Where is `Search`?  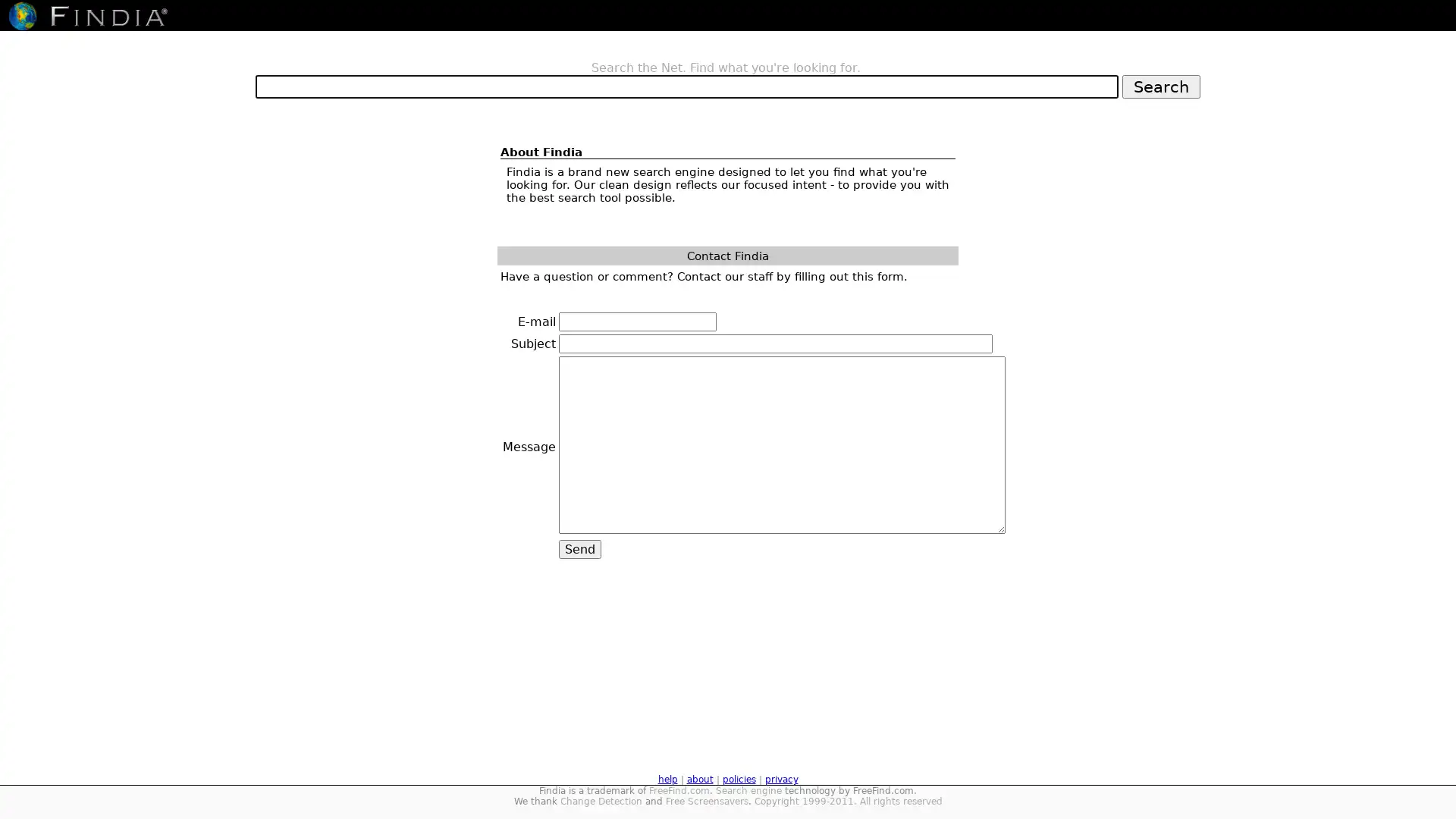
Search is located at coordinates (1160, 86).